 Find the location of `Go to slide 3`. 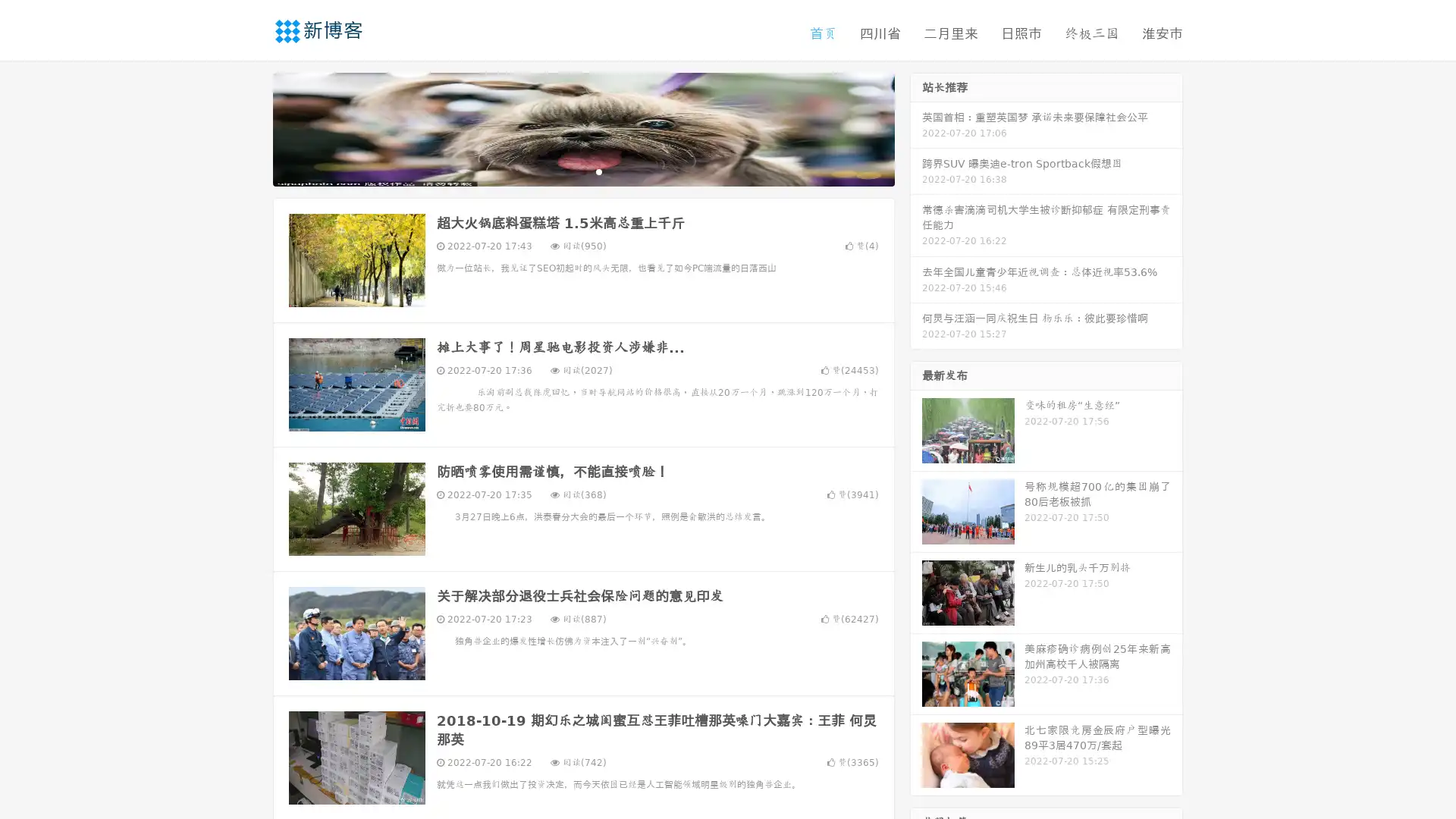

Go to slide 3 is located at coordinates (598, 171).